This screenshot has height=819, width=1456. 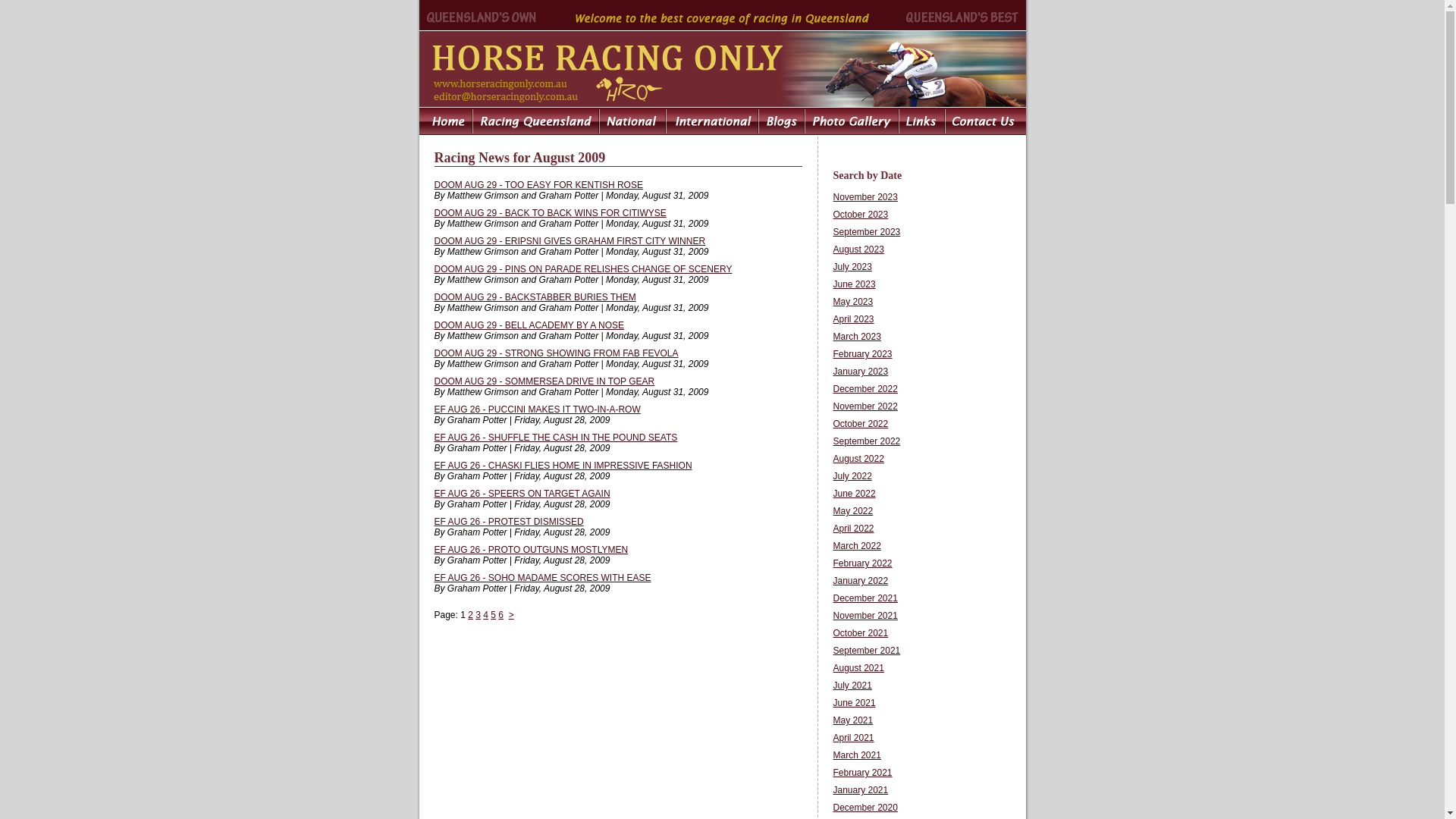 What do you see at coordinates (511, 614) in the screenshot?
I see `'>'` at bounding box center [511, 614].